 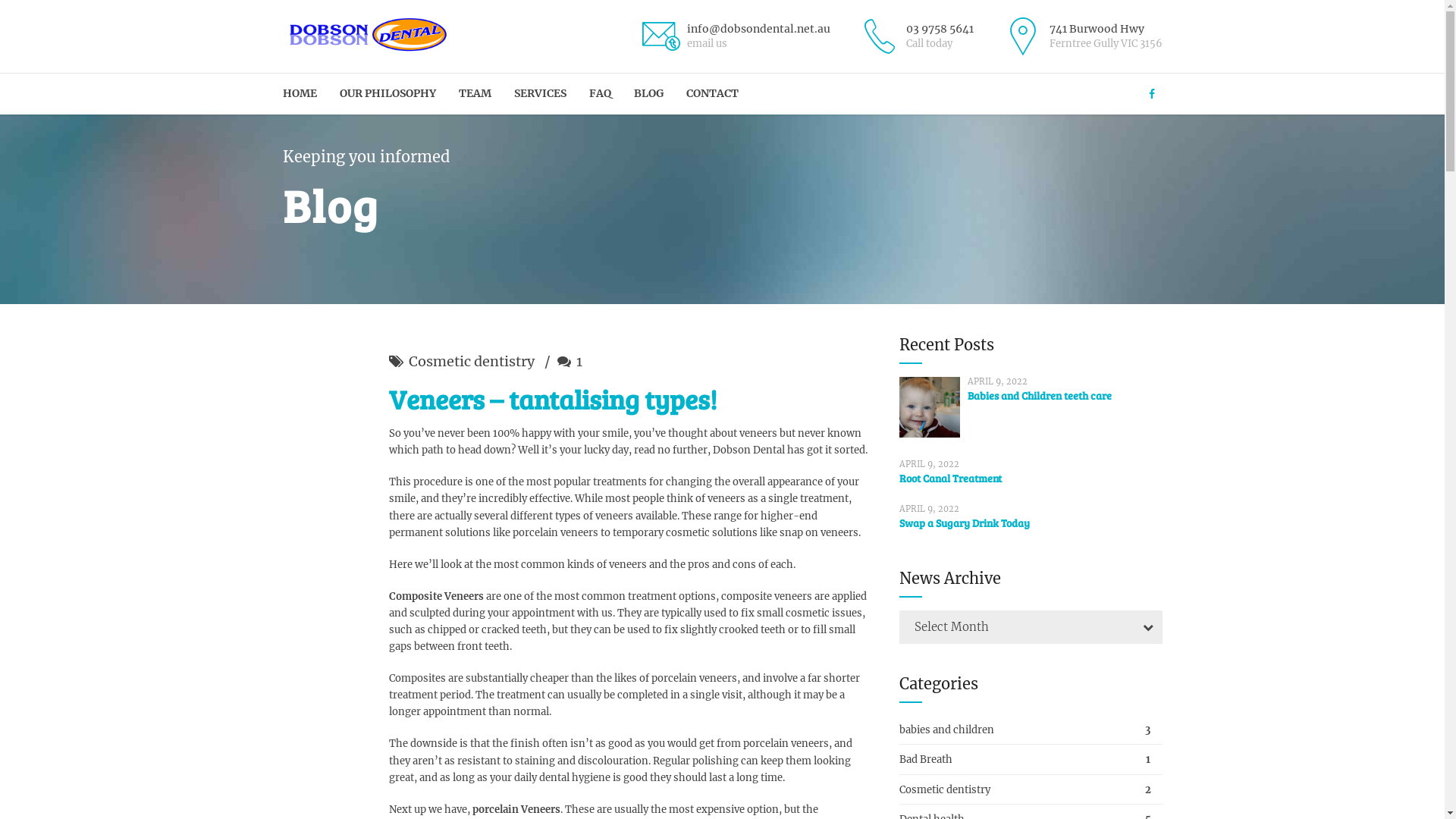 What do you see at coordinates (469, 362) in the screenshot?
I see `'Cosmetic dentistry'` at bounding box center [469, 362].